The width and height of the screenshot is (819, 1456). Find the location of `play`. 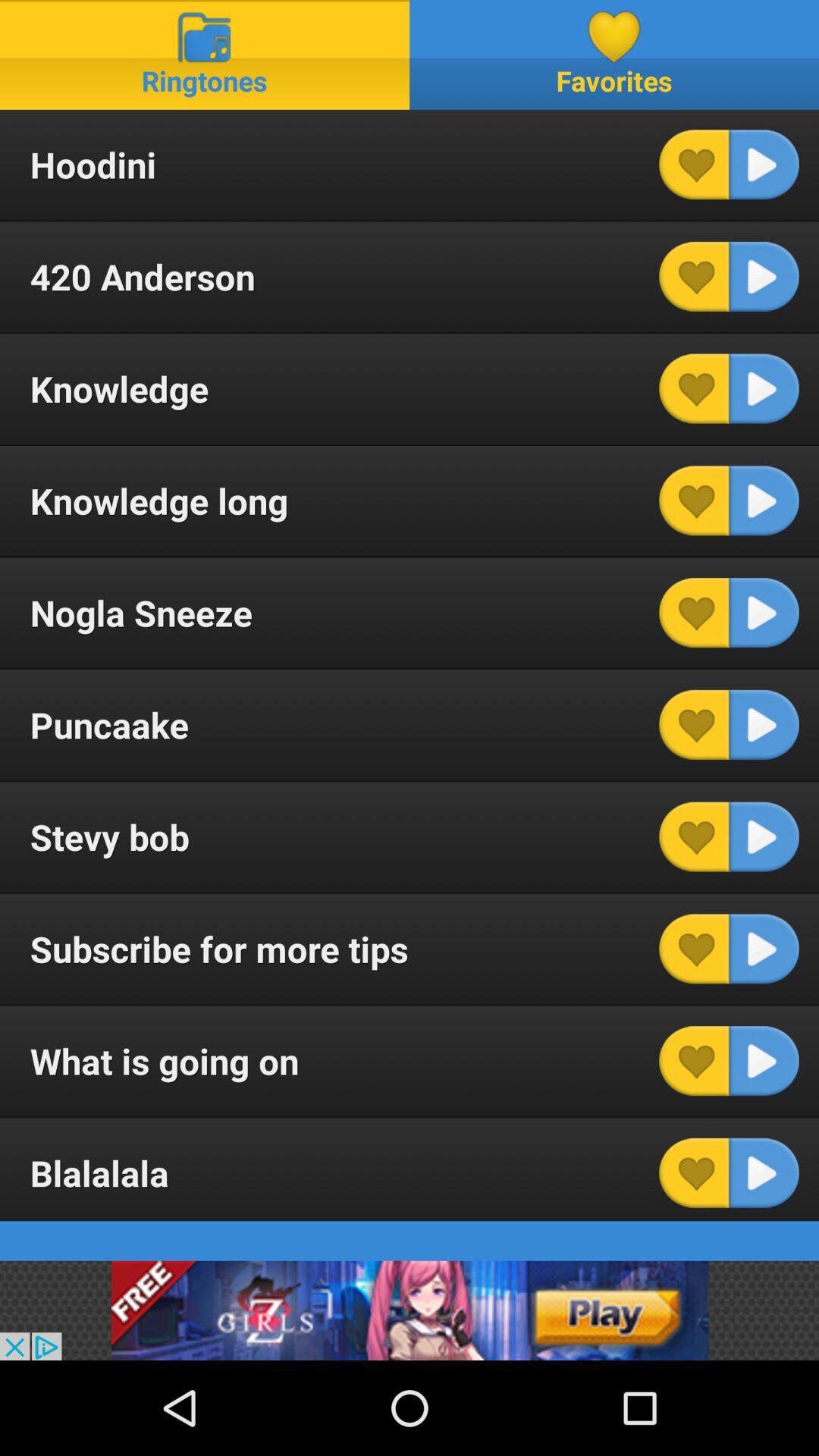

play is located at coordinates (764, 723).